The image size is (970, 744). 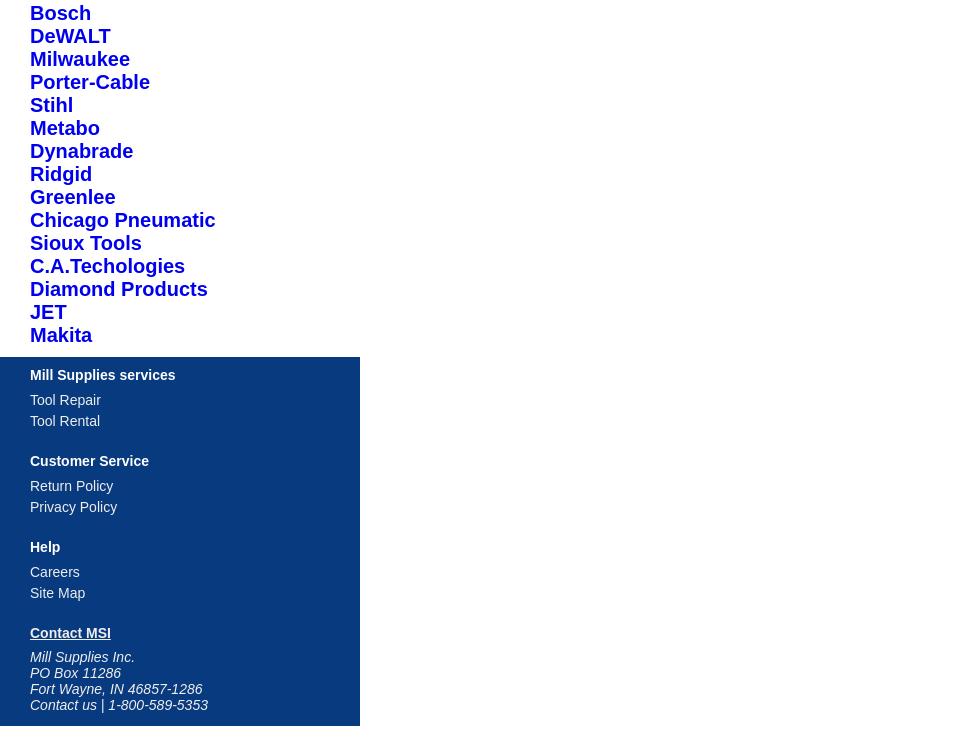 What do you see at coordinates (71, 197) in the screenshot?
I see `'Greenlee'` at bounding box center [71, 197].